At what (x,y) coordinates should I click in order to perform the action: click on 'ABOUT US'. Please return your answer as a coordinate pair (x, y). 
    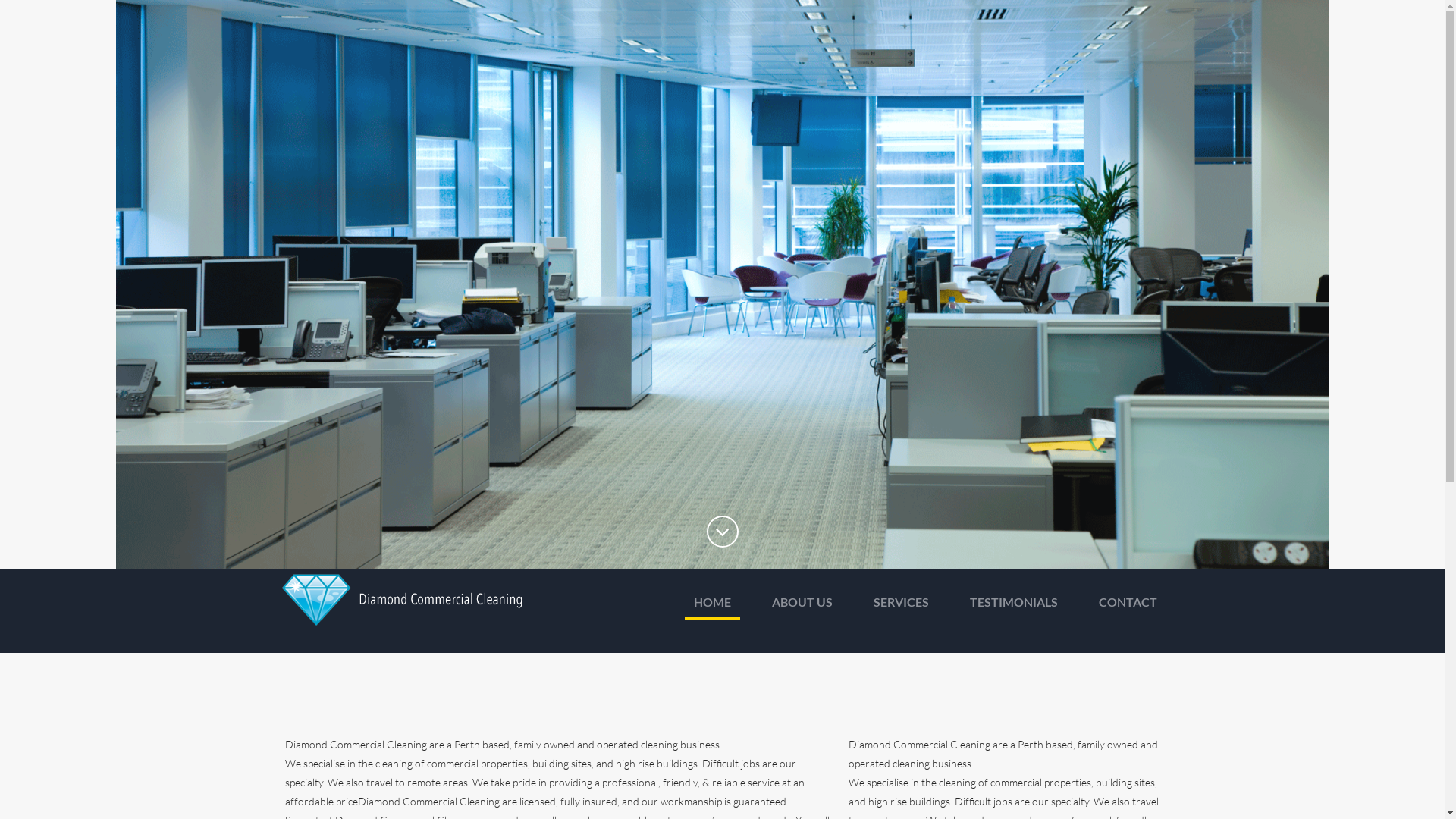
    Looking at the image, I should click on (801, 605).